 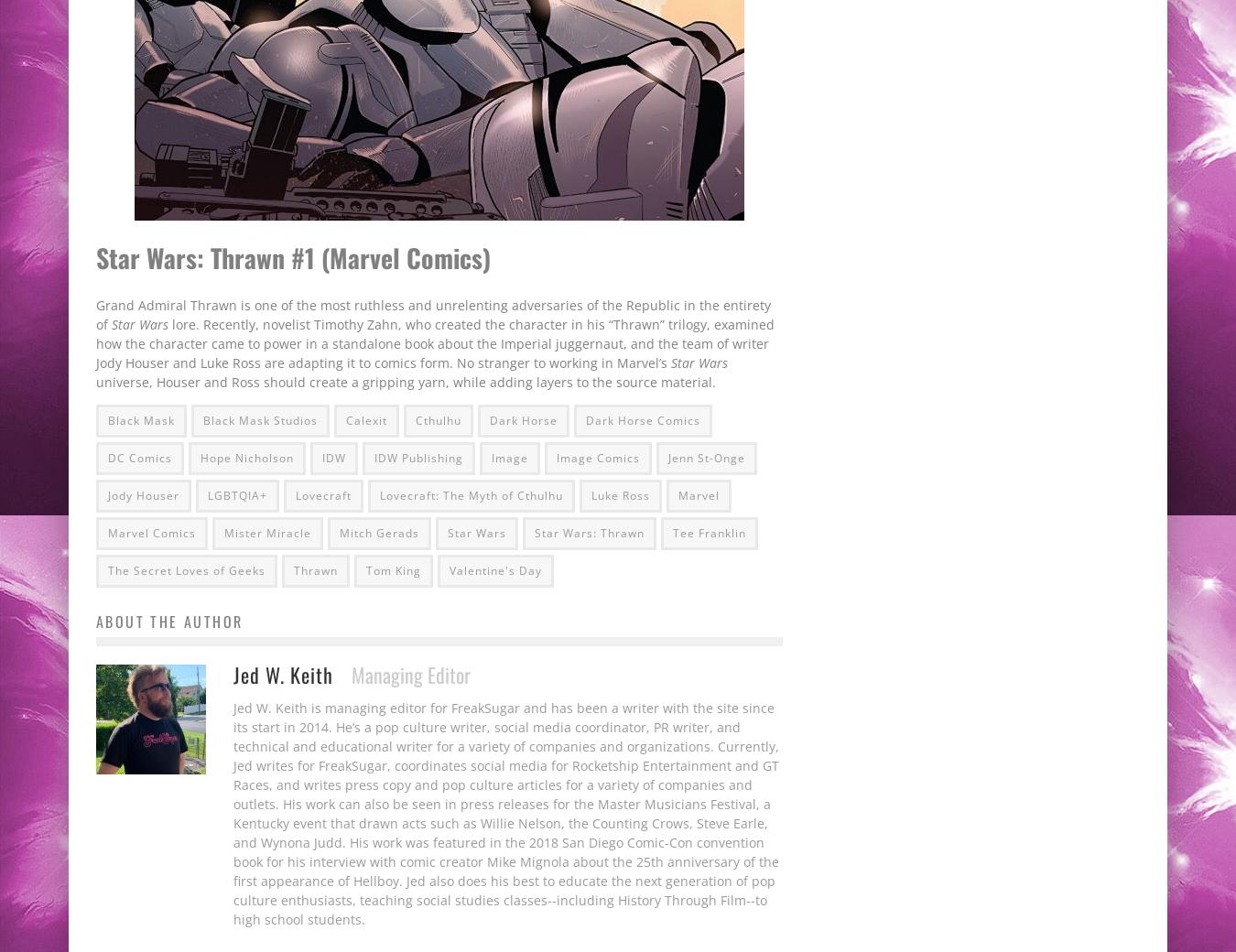 I want to click on 'IDW Publishing', so click(x=417, y=457).